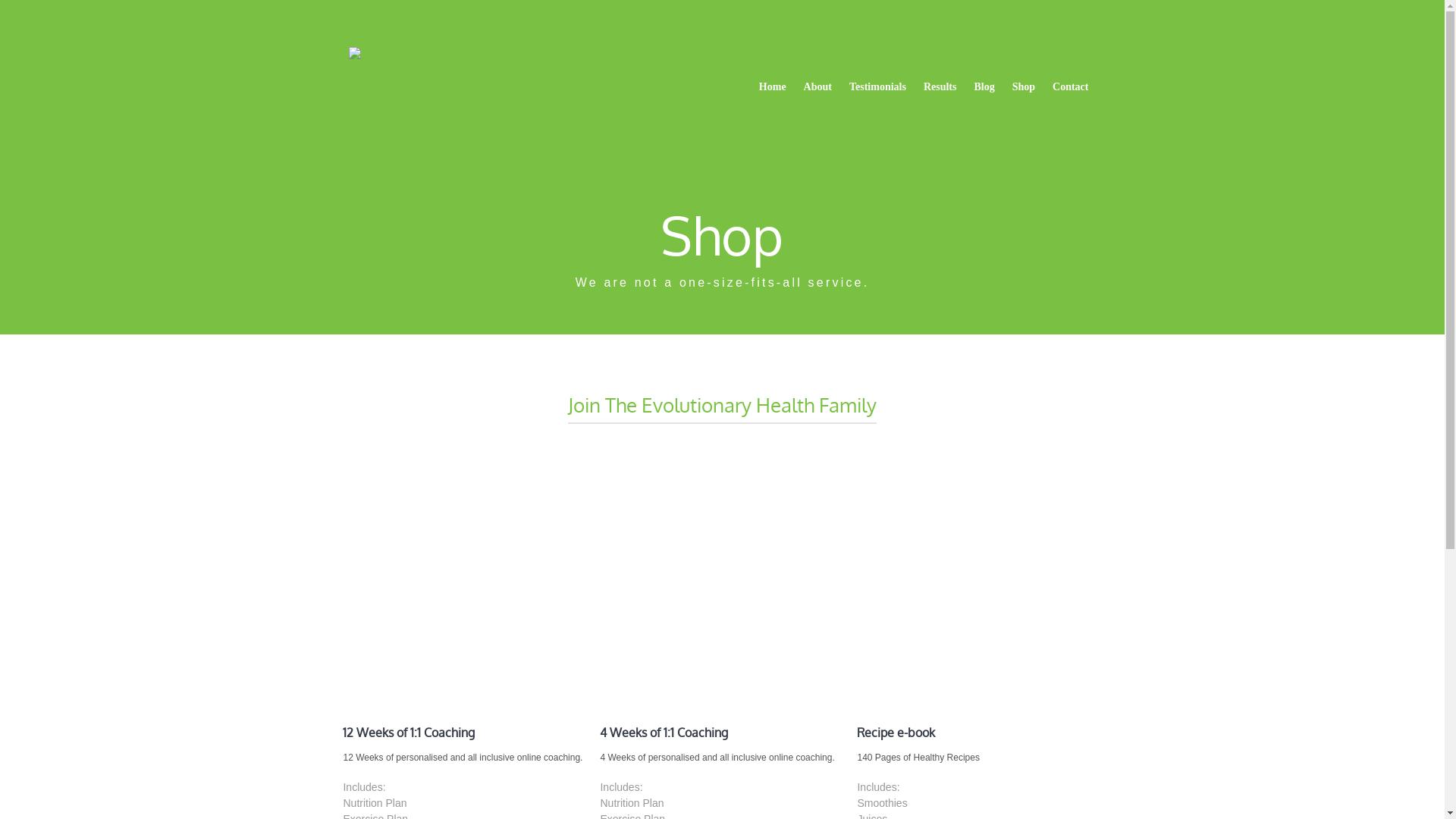 Image resolution: width=1456 pixels, height=819 pixels. What do you see at coordinates (1023, 87) in the screenshot?
I see `'Shop'` at bounding box center [1023, 87].